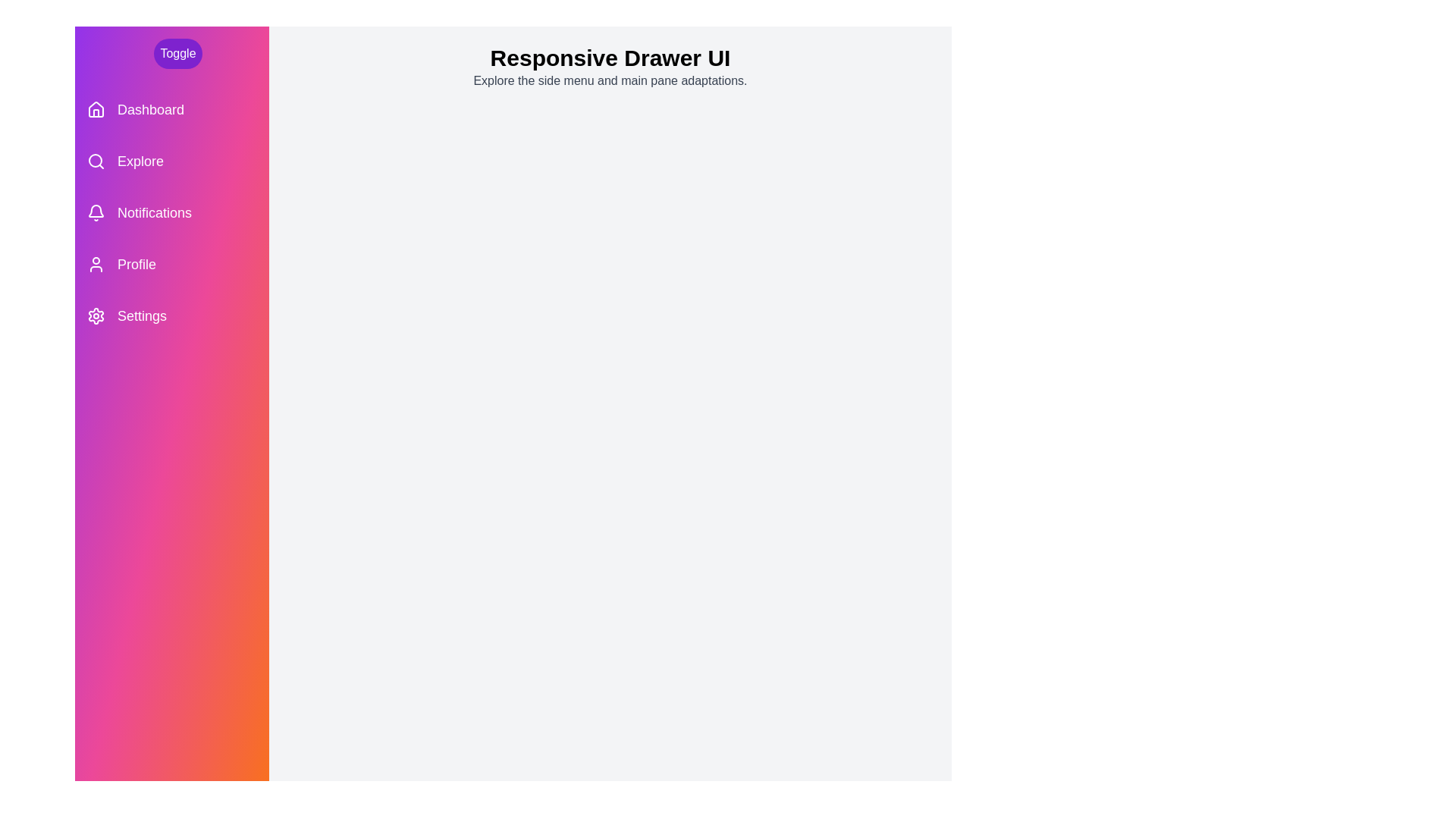 This screenshot has width=1456, height=819. What do you see at coordinates (178, 52) in the screenshot?
I see `toggle button to change the drawer's state` at bounding box center [178, 52].